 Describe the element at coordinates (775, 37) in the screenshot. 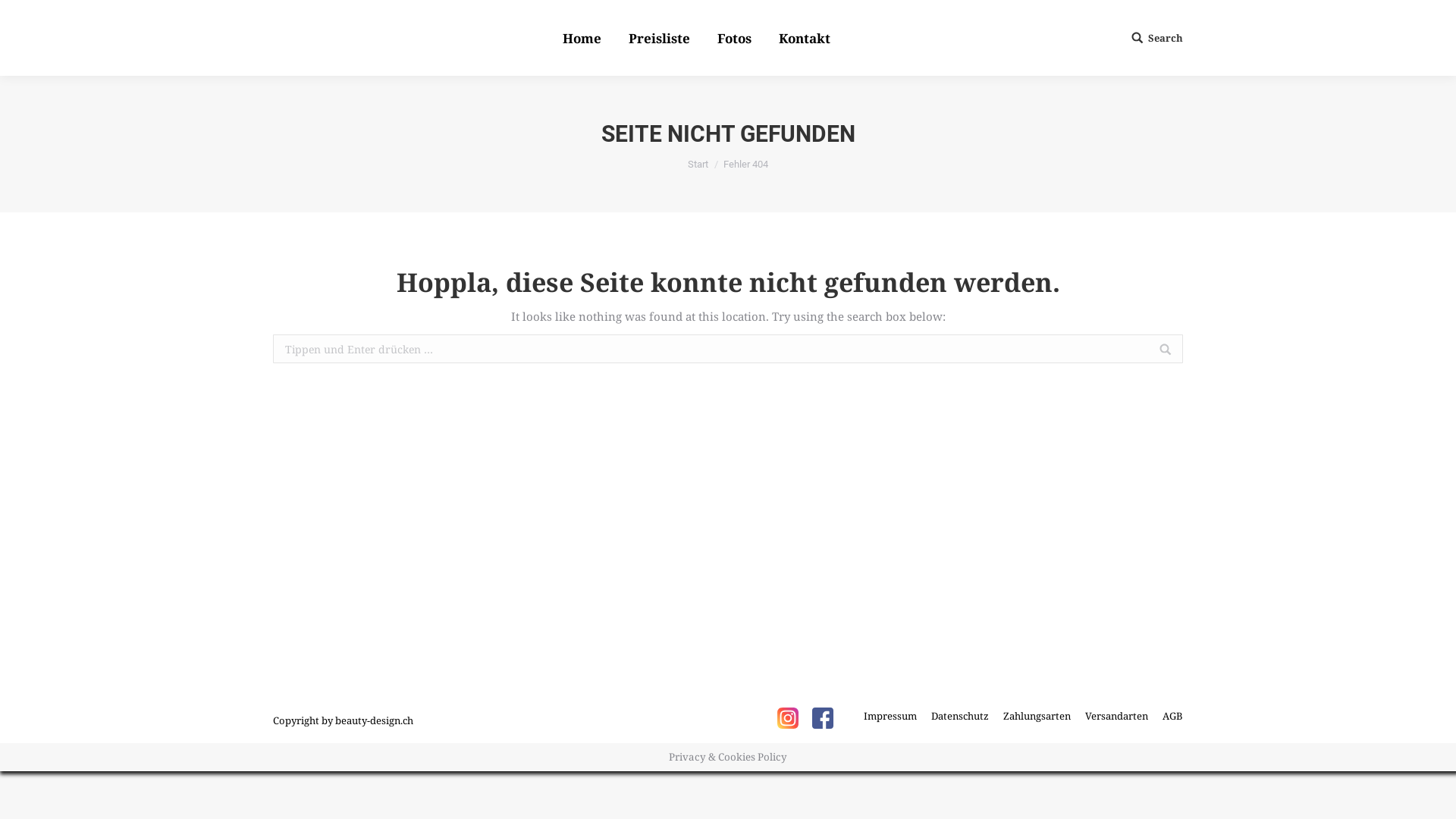

I see `'Kontakt'` at that location.